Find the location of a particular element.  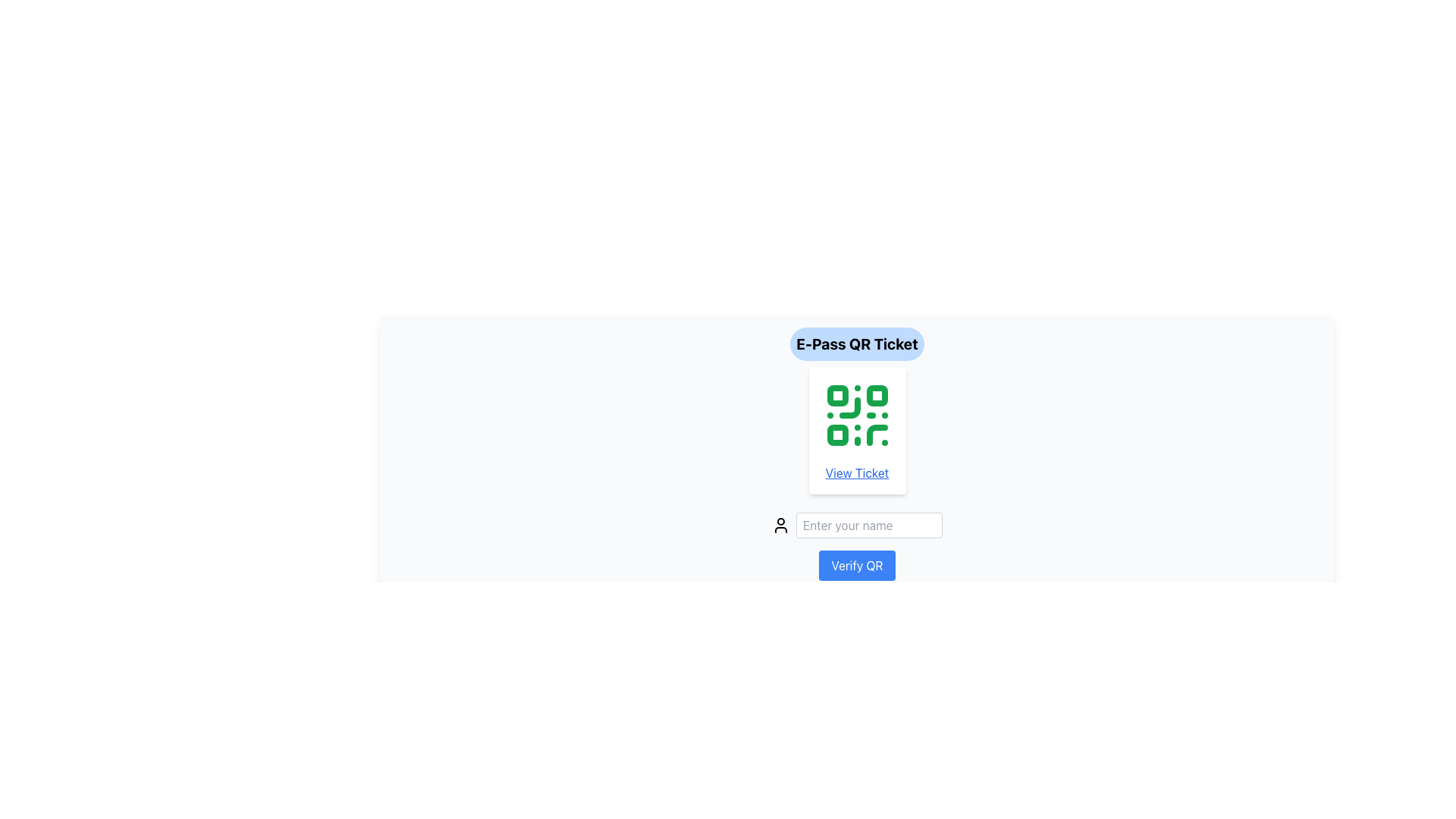

the icon that serves as a visual cue for the adjacent text input field labeled 'Enter your name', positioned to the left of it is located at coordinates (781, 525).